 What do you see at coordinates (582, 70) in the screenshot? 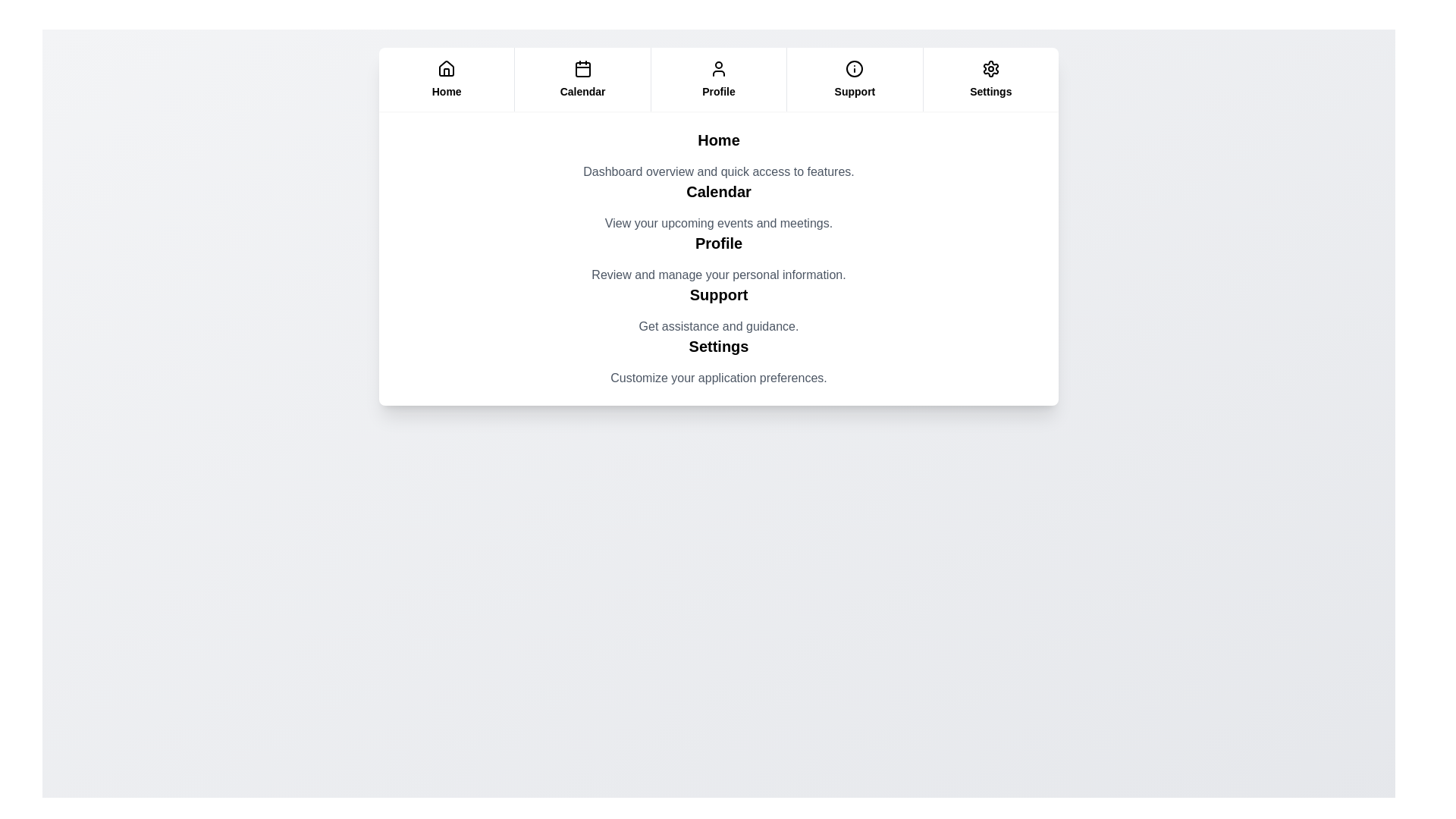
I see `SVG Rectangle element that serves as a decorative part of the calendar icon located in the navigation bar, which is the second item labeled 'Calendar'` at bounding box center [582, 70].